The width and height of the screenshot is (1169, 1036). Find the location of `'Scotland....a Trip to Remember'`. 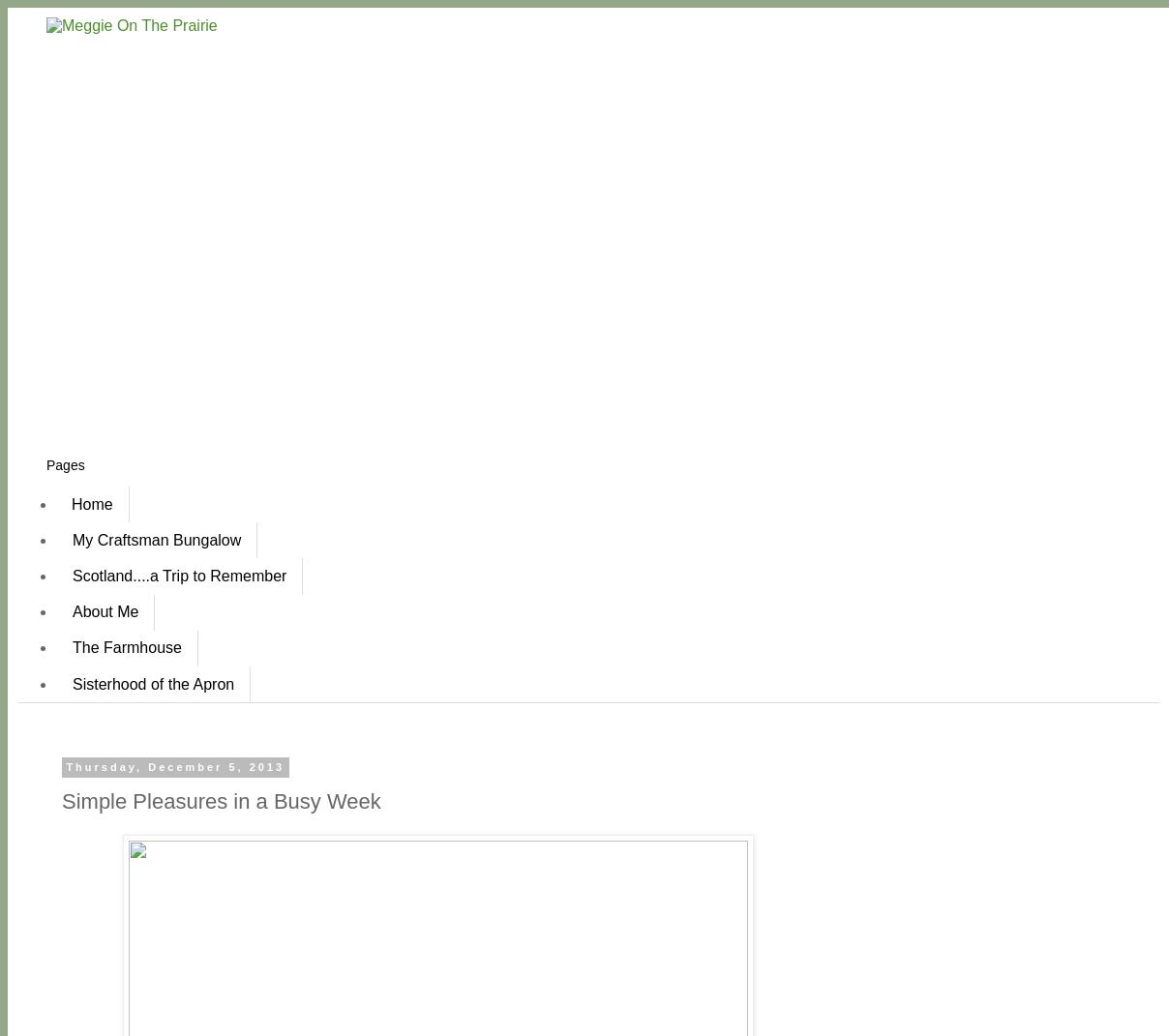

'Scotland....a Trip to Remember' is located at coordinates (179, 575).